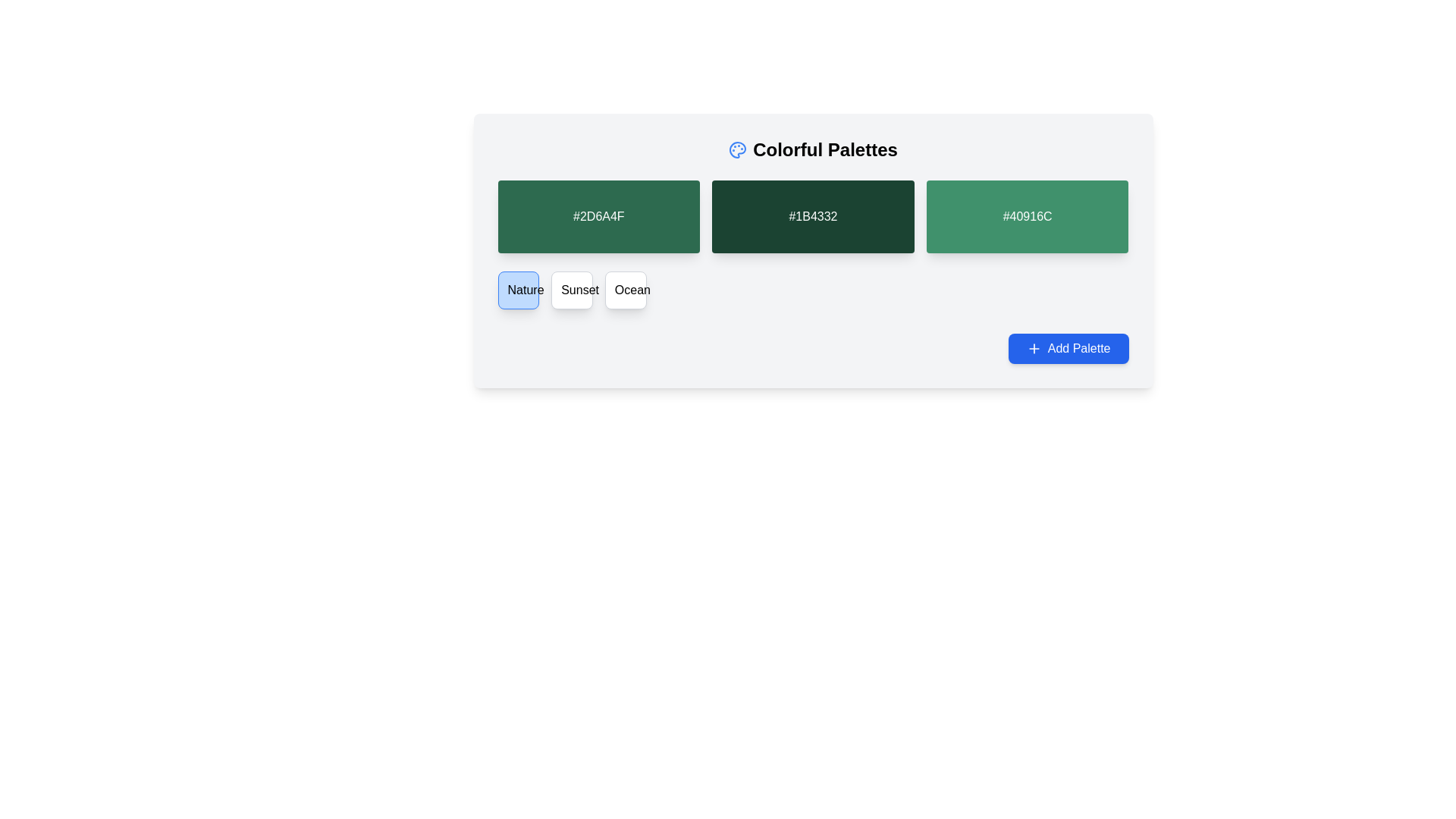 Image resolution: width=1456 pixels, height=819 pixels. What do you see at coordinates (626, 290) in the screenshot?
I see `the 'Ocean' button, which is the third button in a row, to observe interactive effects like scaling` at bounding box center [626, 290].